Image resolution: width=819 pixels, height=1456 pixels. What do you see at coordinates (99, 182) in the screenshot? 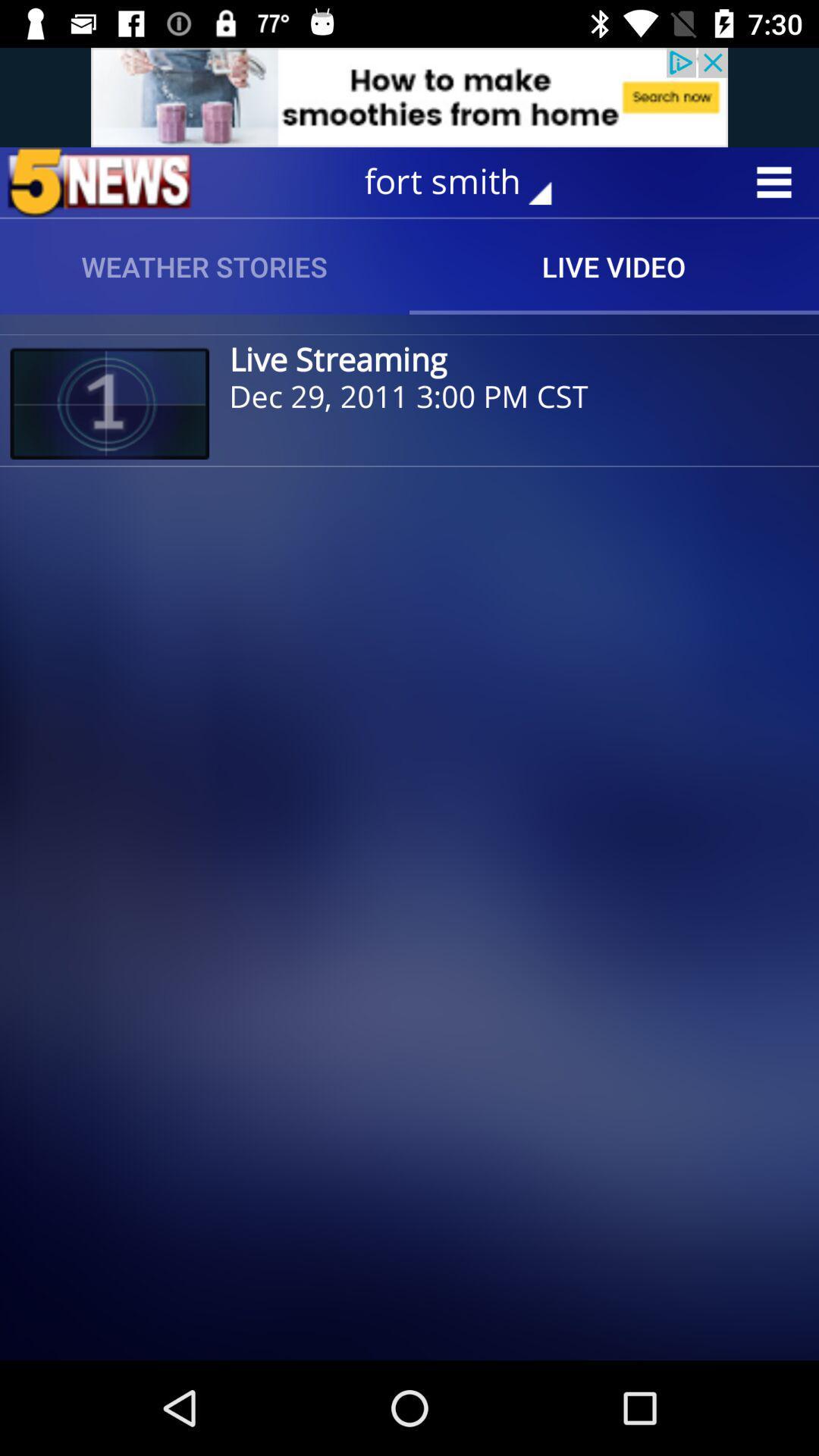
I see `homepage` at bounding box center [99, 182].